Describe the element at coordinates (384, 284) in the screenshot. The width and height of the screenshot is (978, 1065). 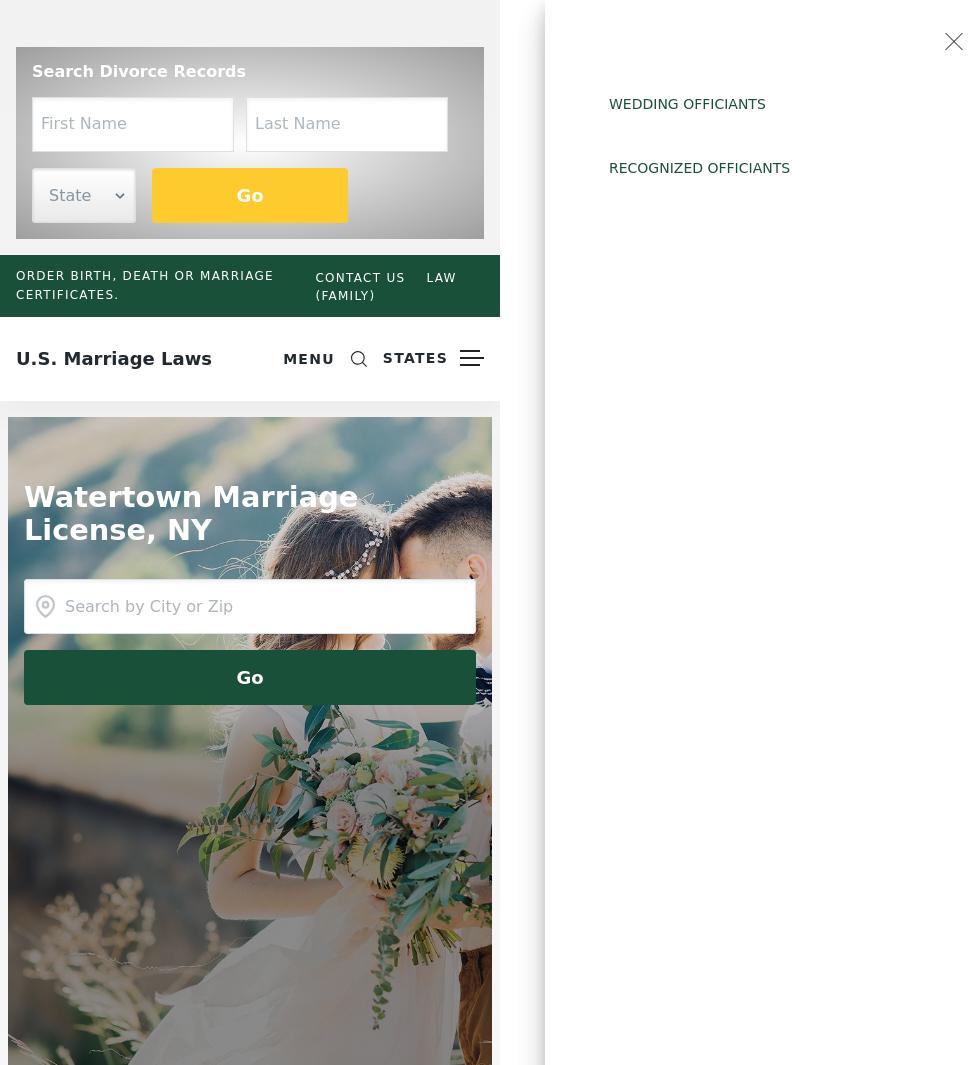
I see `'LAW (FAMILY)'` at that location.